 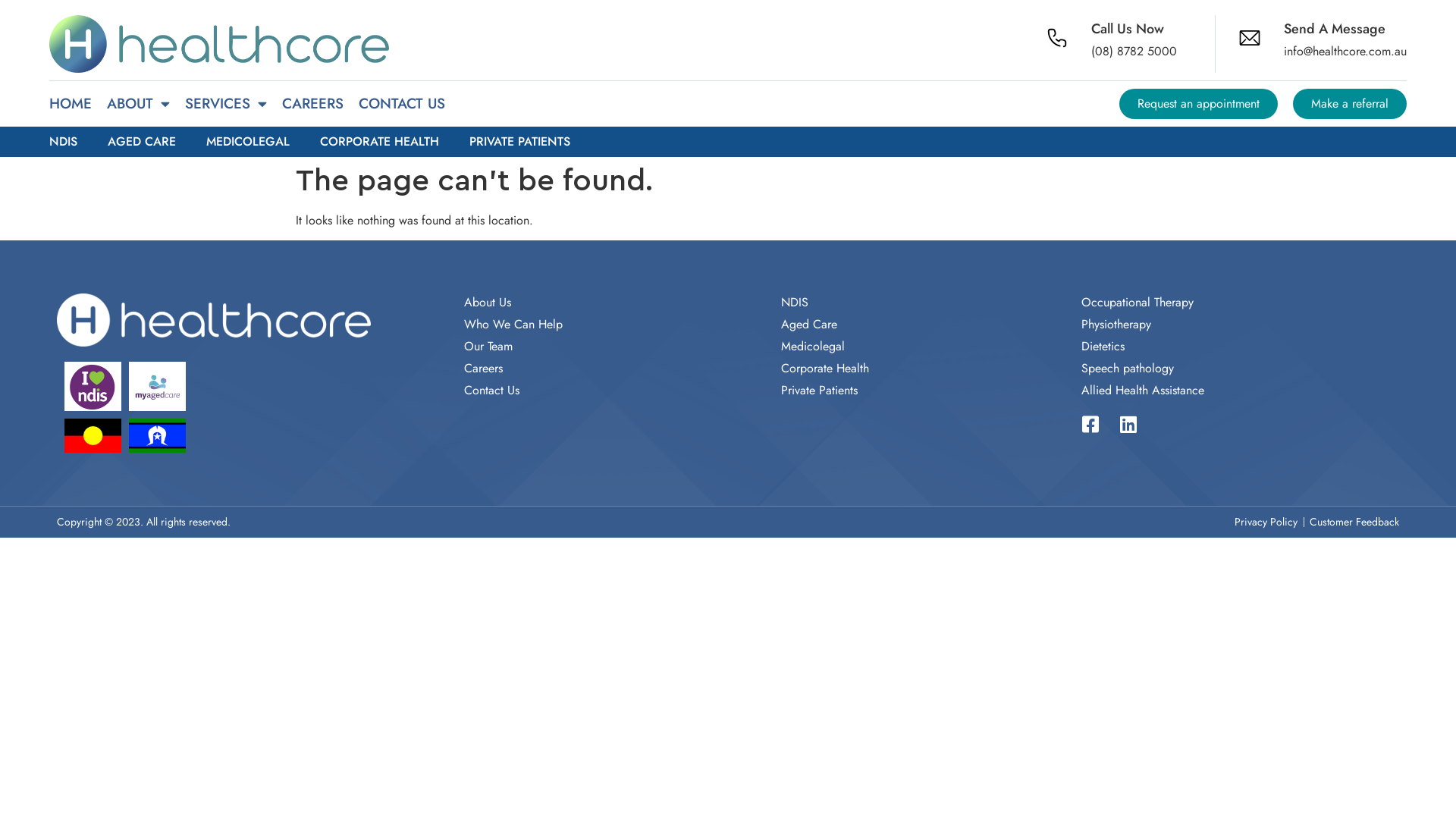 I want to click on 'Our Team', so click(x=488, y=346).